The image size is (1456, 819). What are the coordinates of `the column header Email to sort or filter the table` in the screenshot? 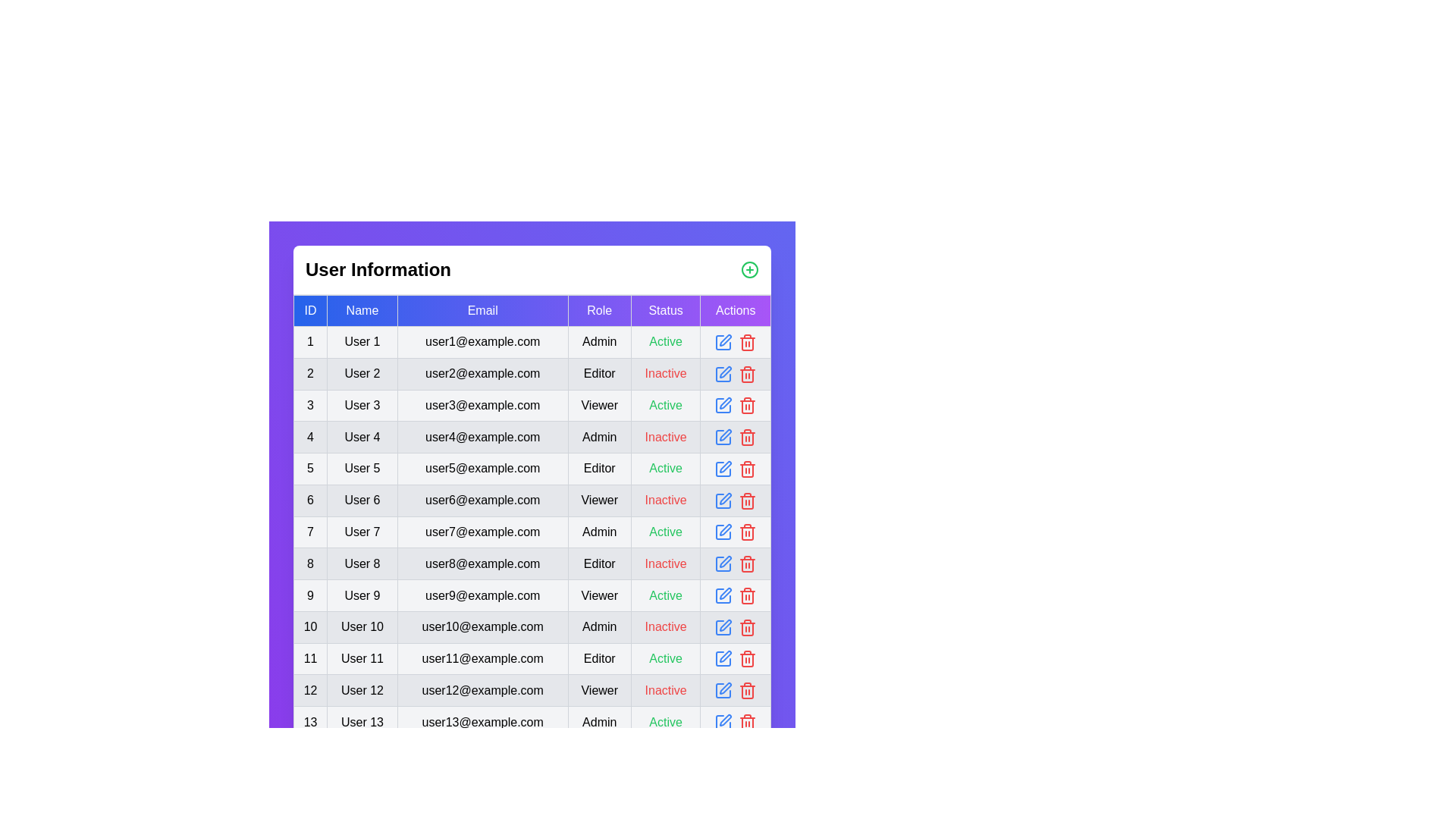 It's located at (482, 309).